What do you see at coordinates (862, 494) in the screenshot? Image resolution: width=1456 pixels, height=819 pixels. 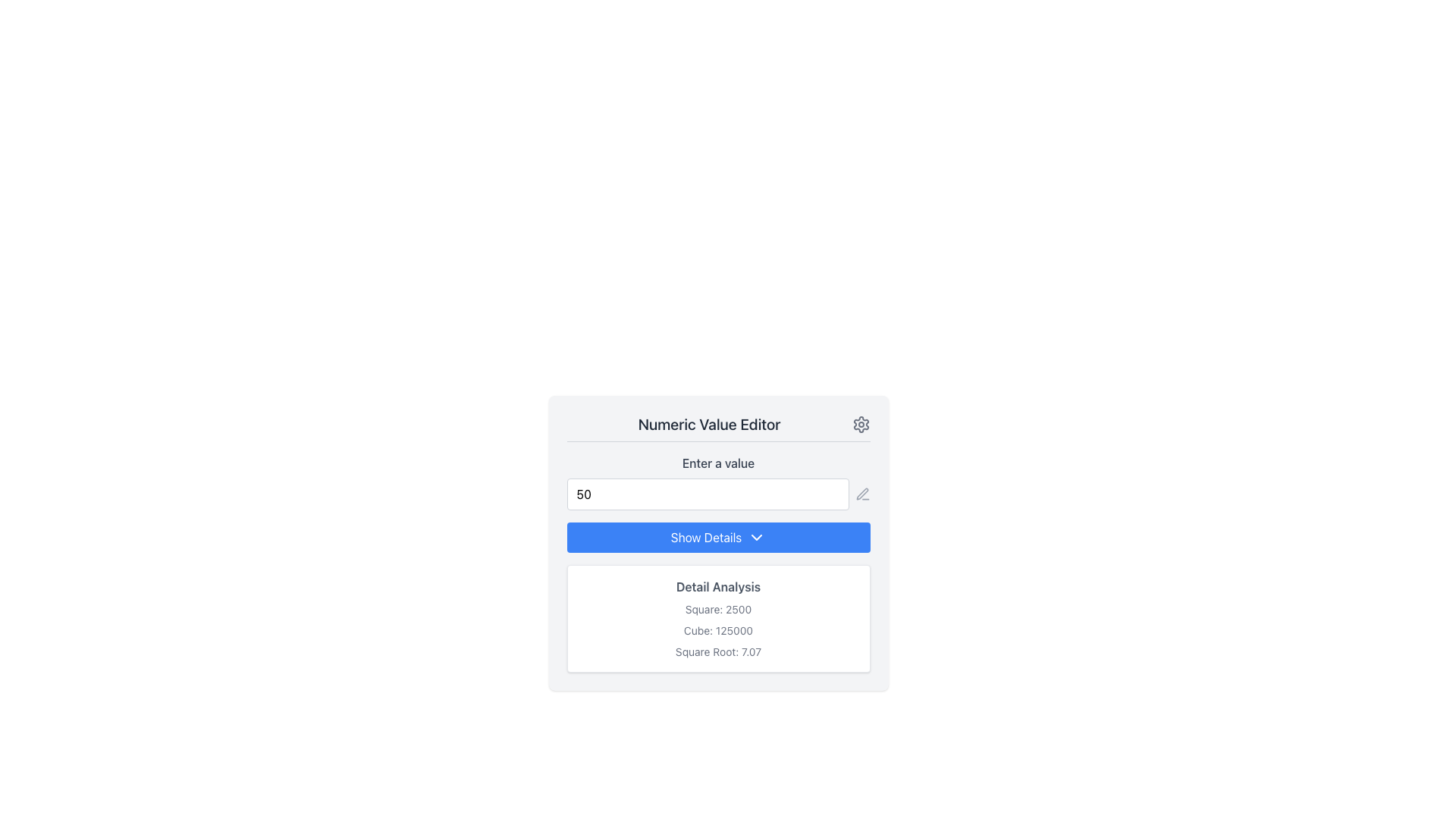 I see `the editing icon located in the top-right corner of the Numeric Value Editor to initiate editing` at bounding box center [862, 494].